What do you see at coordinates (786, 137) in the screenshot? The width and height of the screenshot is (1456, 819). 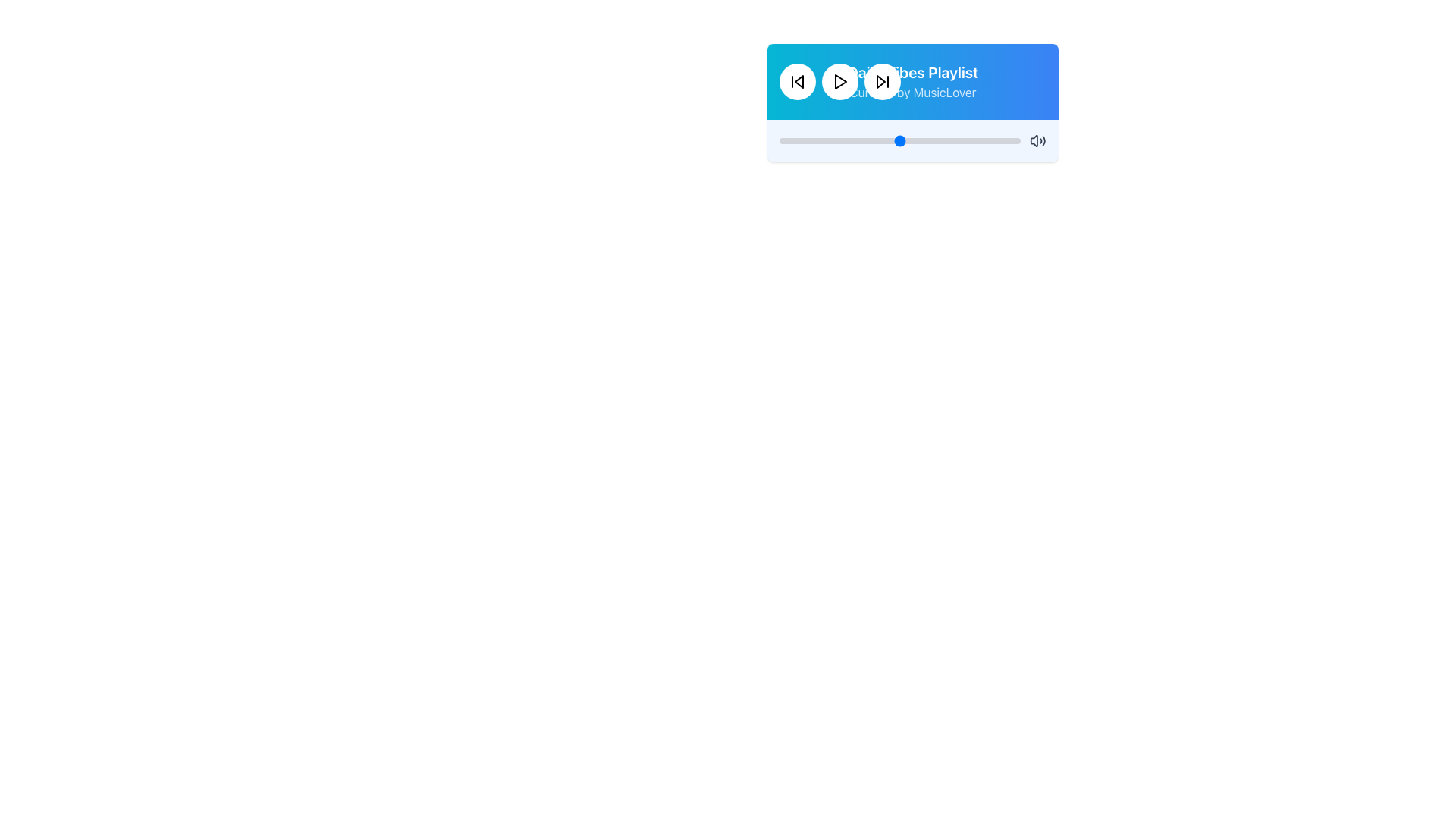 I see `the slider's value` at bounding box center [786, 137].